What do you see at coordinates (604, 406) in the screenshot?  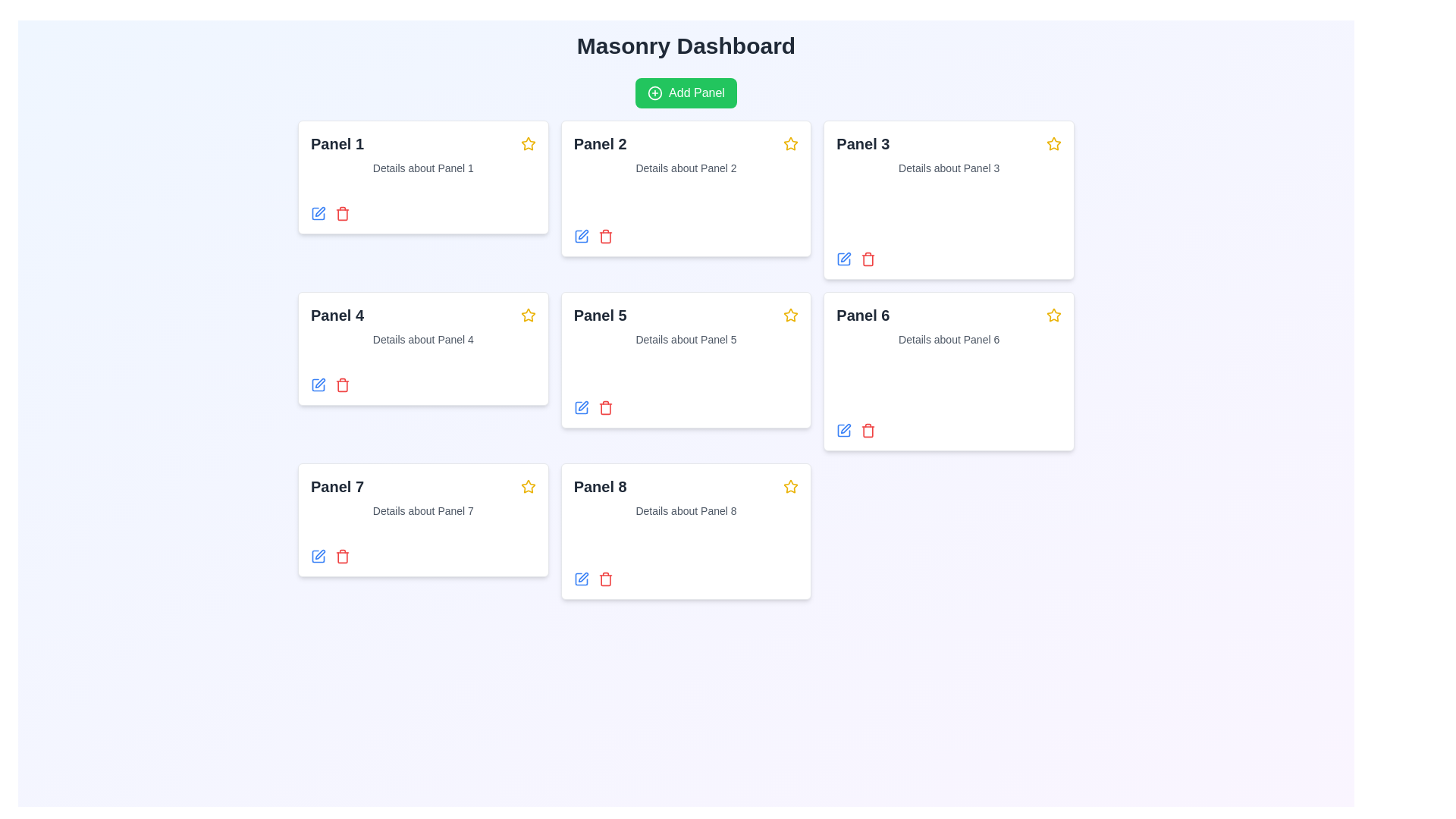 I see `the delete button located at the bottom-right corner of 'Panel 5'` at bounding box center [604, 406].